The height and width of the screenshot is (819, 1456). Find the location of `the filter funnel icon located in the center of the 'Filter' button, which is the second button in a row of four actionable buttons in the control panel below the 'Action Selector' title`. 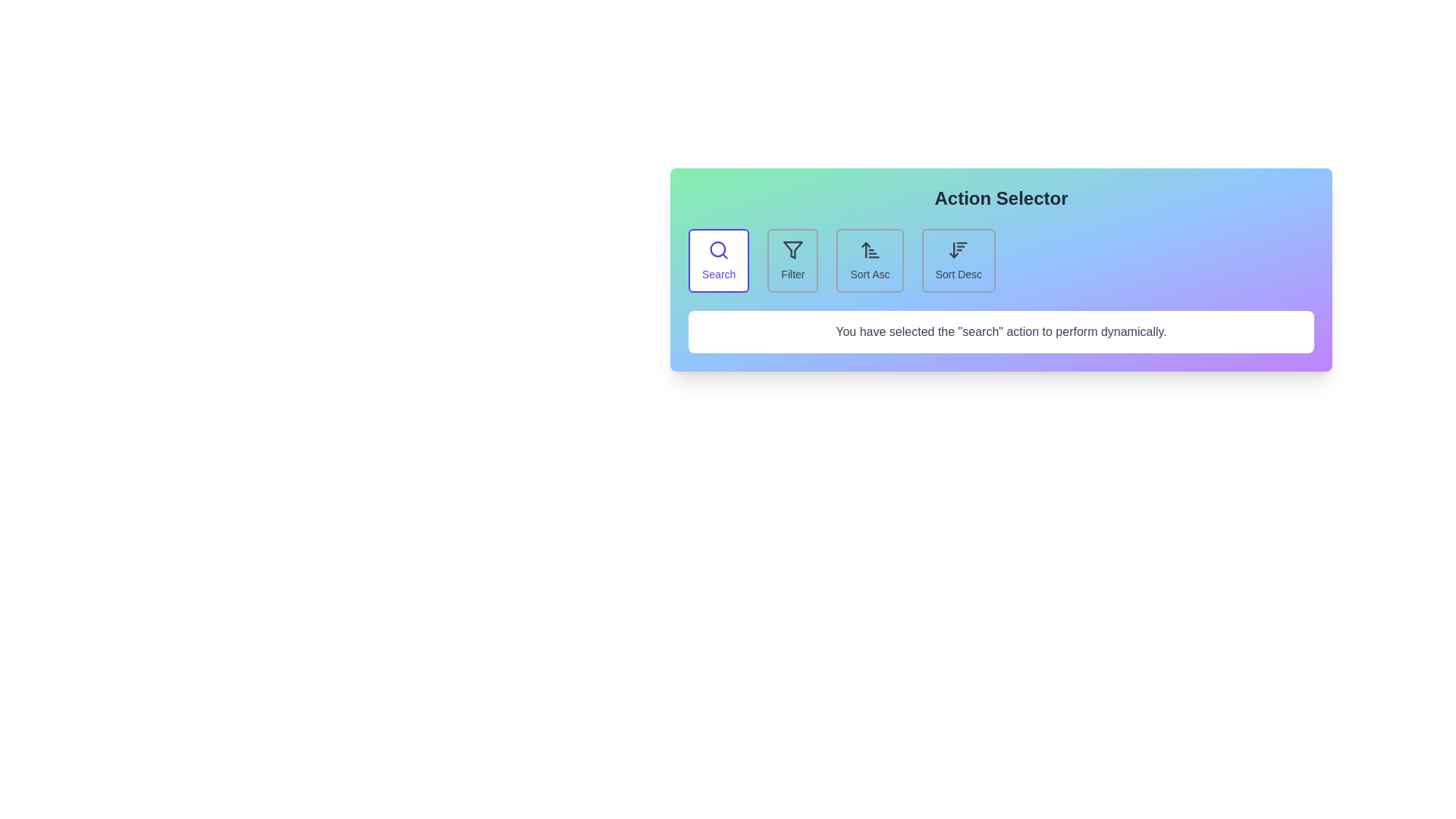

the filter funnel icon located in the center of the 'Filter' button, which is the second button in a row of four actionable buttons in the control panel below the 'Action Selector' title is located at coordinates (792, 249).